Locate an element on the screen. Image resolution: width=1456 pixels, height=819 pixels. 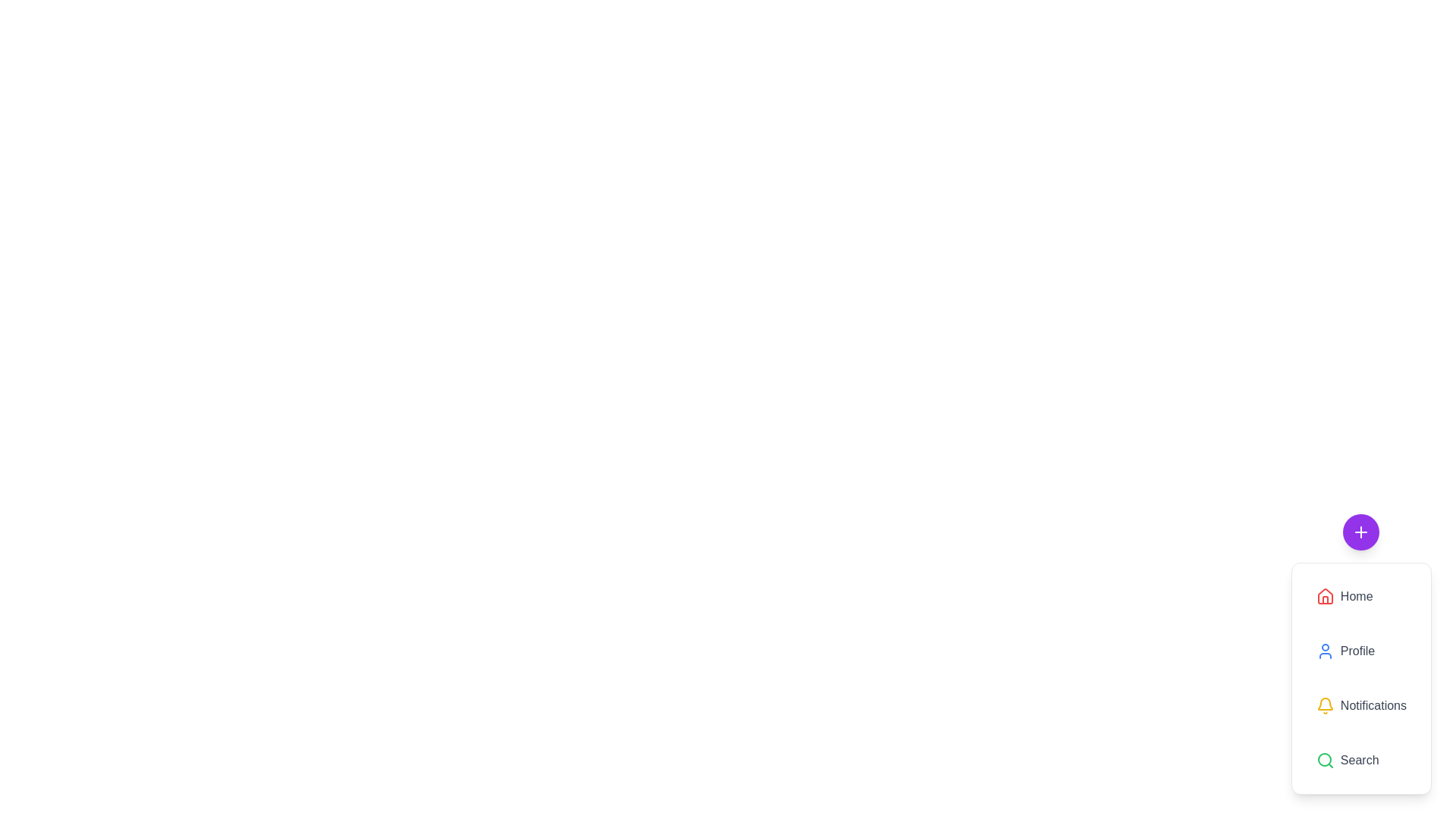
the 'Home' button in the speed dial menu is located at coordinates (1361, 595).